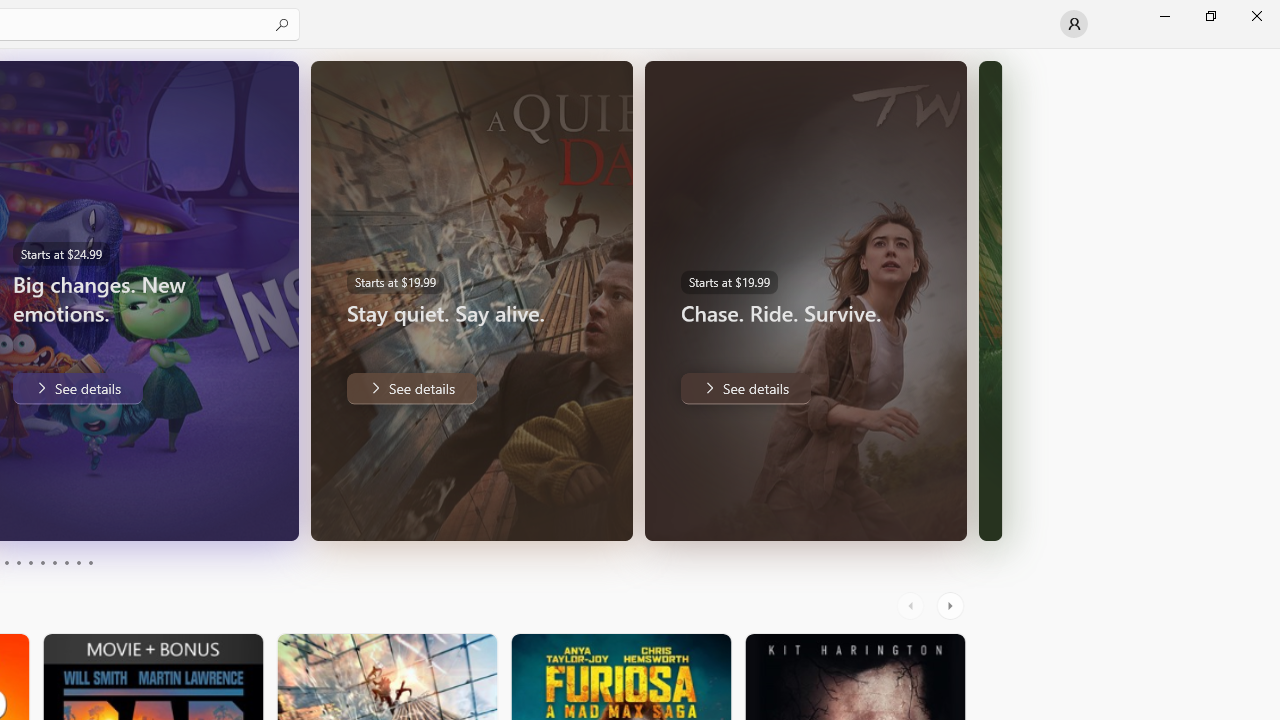 Image resolution: width=1280 pixels, height=720 pixels. What do you see at coordinates (1072, 24) in the screenshot?
I see `'User profile'` at bounding box center [1072, 24].